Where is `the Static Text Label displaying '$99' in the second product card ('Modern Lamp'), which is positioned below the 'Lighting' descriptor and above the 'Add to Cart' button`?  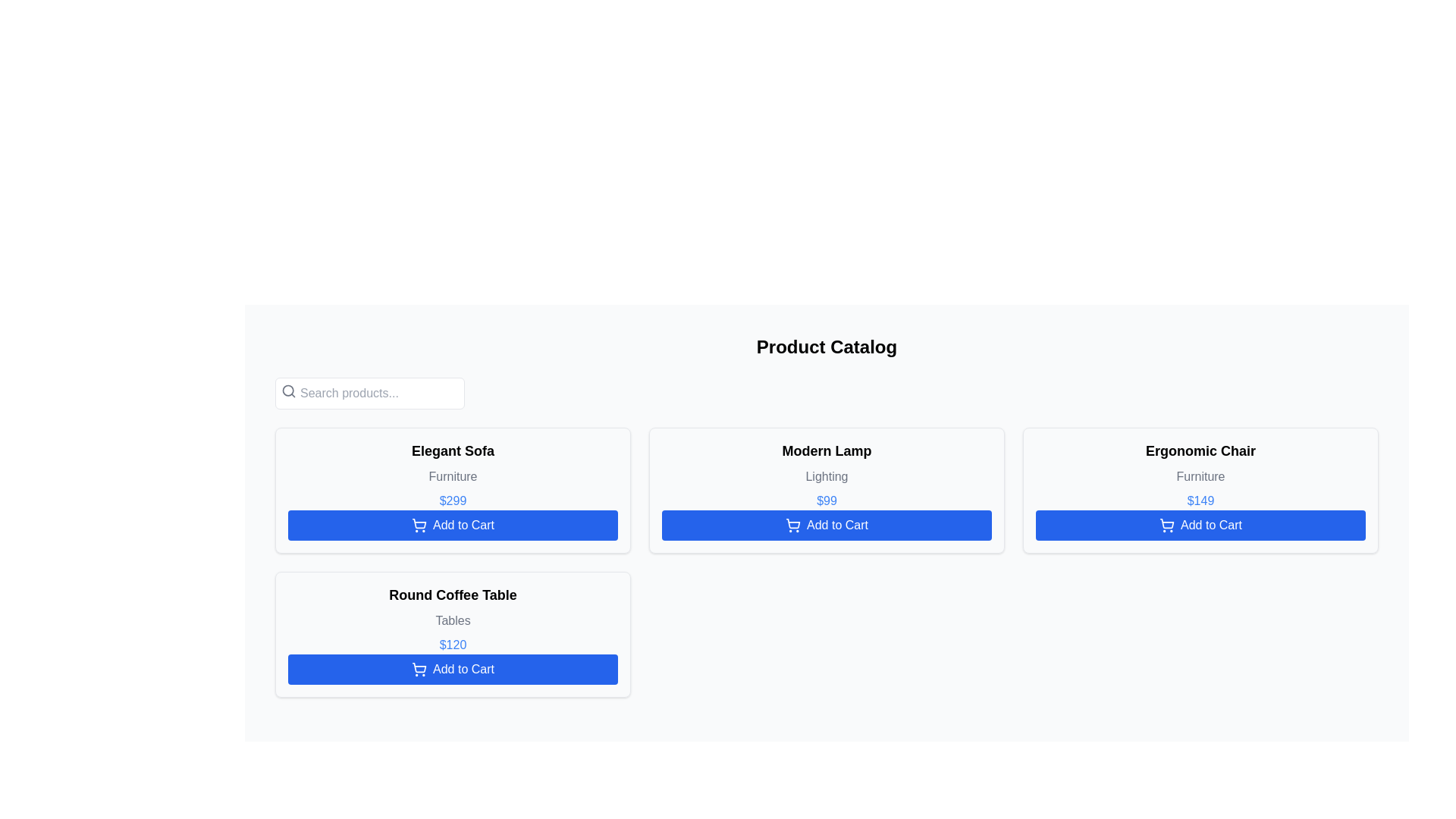 the Static Text Label displaying '$99' in the second product card ('Modern Lamp'), which is positioned below the 'Lighting' descriptor and above the 'Add to Cart' button is located at coordinates (826, 500).